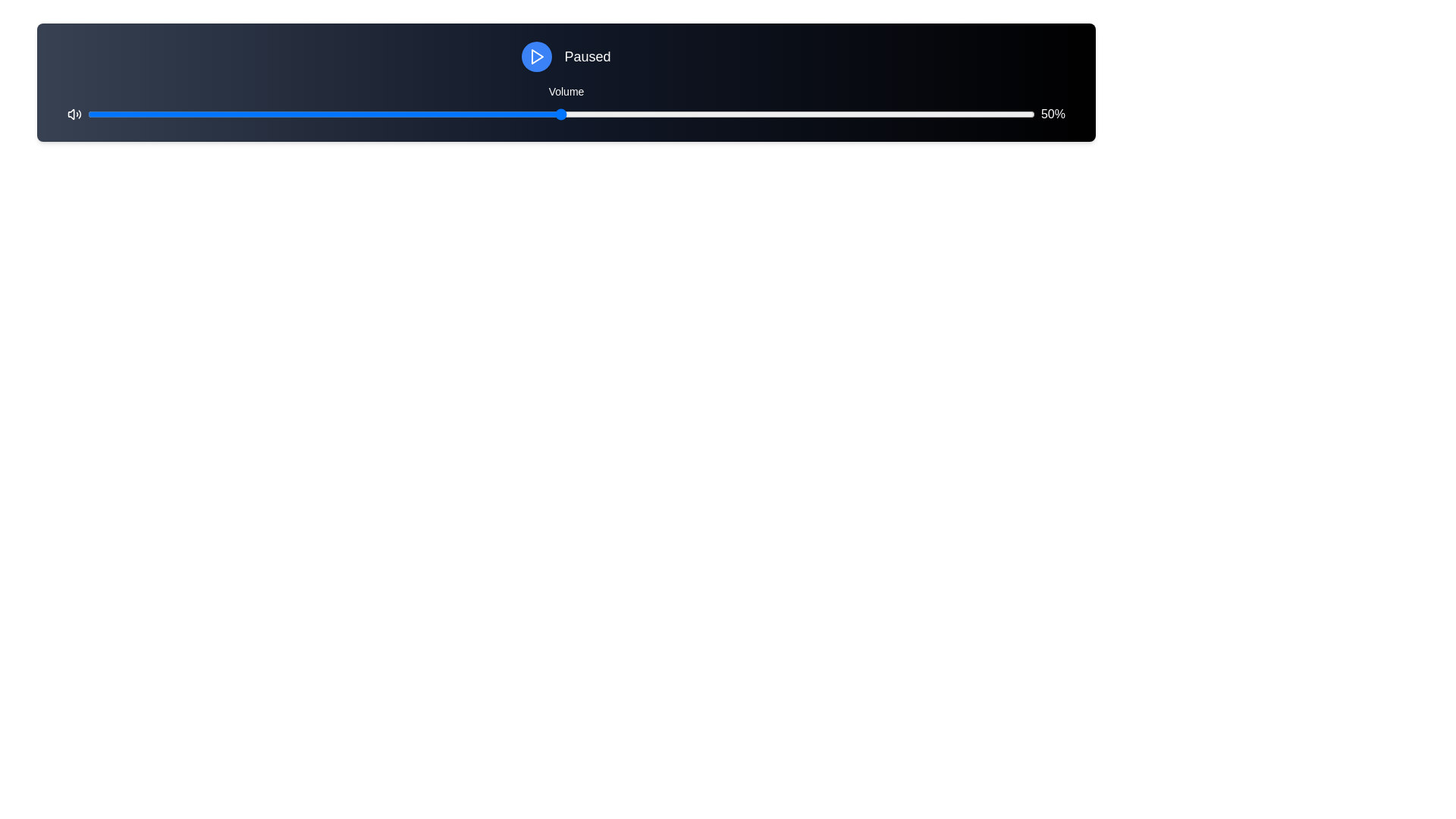 This screenshot has width=1456, height=819. Describe the element at coordinates (566, 113) in the screenshot. I see `the track of the horizontal slider control to reposition the thumb, located between the speaker icon and the '50%' label` at that location.